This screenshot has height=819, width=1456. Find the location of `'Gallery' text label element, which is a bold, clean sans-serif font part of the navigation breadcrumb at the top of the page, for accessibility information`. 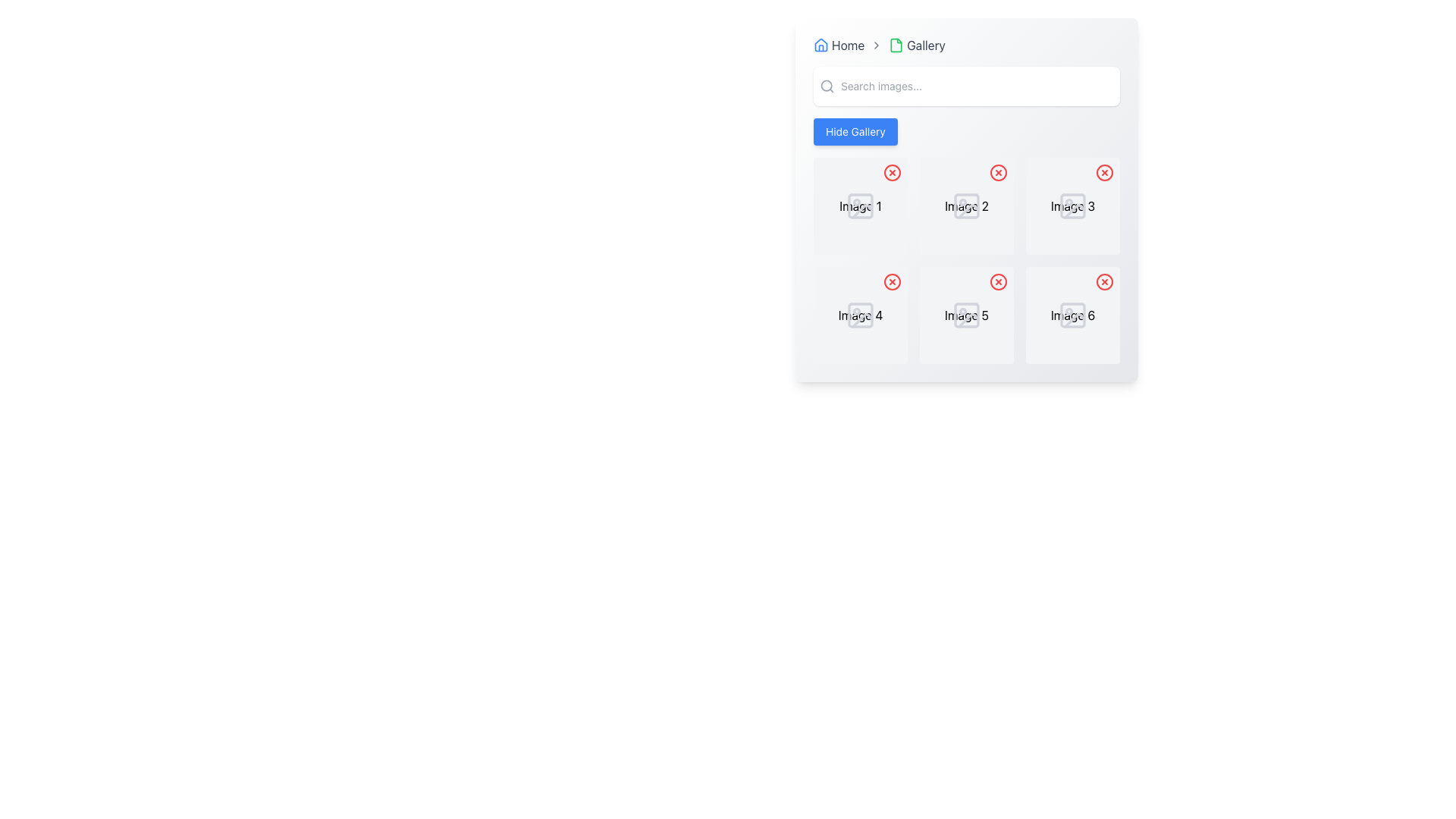

'Gallery' text label element, which is a bold, clean sans-serif font part of the navigation breadcrumb at the top of the page, for accessibility information is located at coordinates (925, 45).